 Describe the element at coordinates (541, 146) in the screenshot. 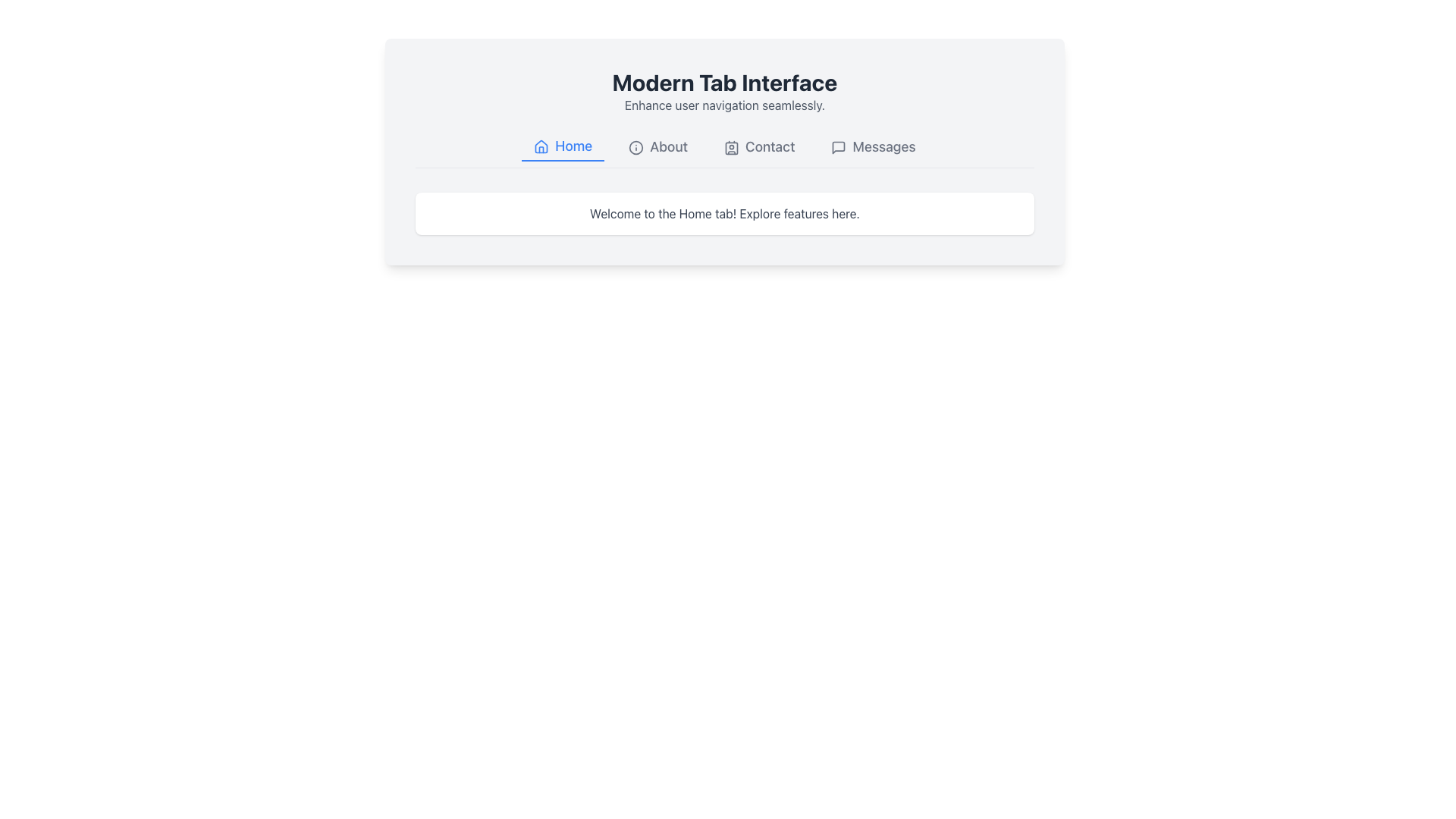

I see `the SVG house icon located to the left of the 'Home' label in the navigation bar, characterized by a triangular roof and square base outline with a minimalist design` at that location.